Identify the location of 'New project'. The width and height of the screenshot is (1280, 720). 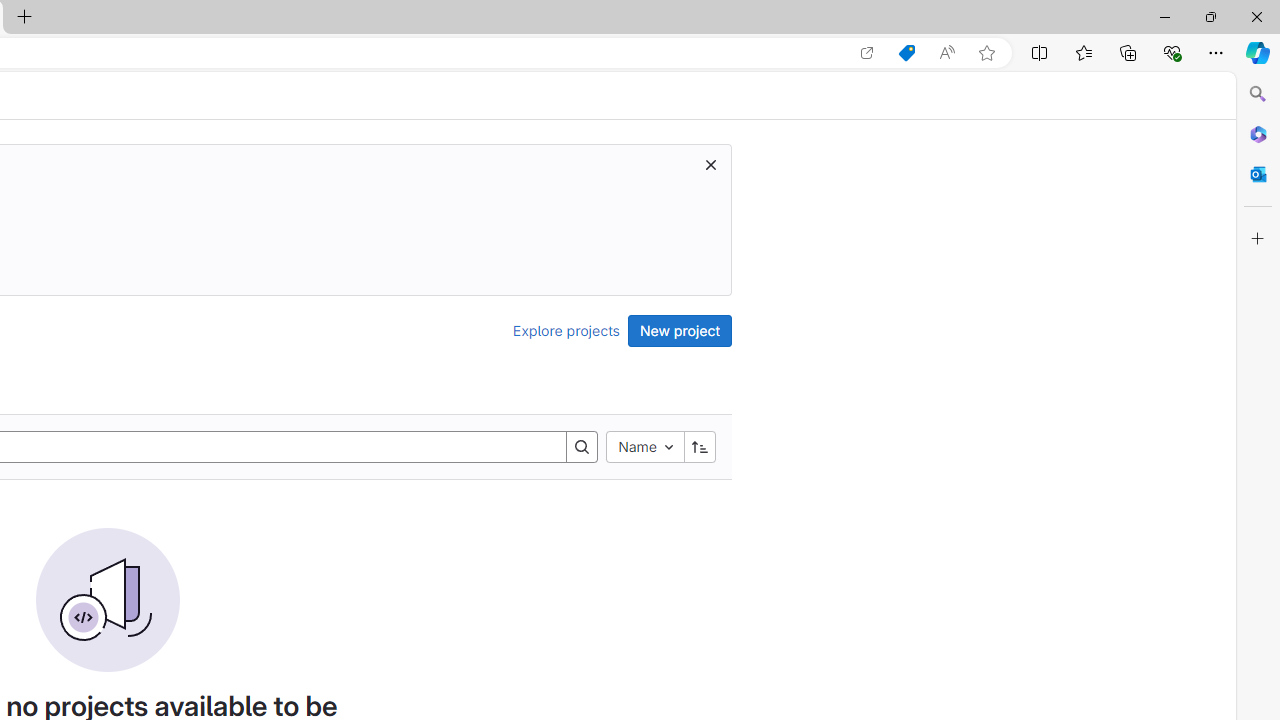
(680, 329).